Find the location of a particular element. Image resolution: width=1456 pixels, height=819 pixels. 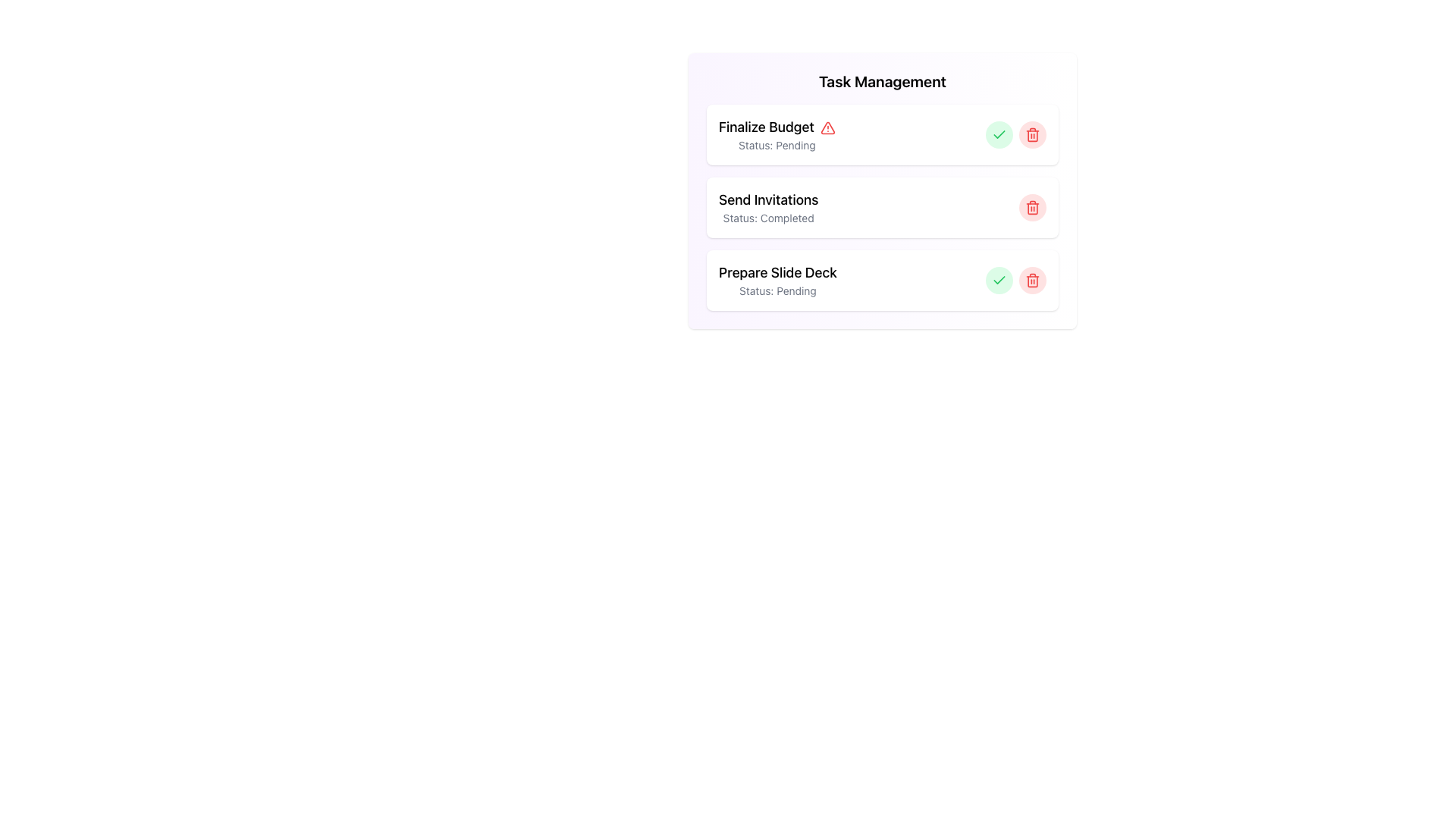

the circular button with a light green background and a green checkmark icon in its center to confirm or approve is located at coordinates (999, 133).